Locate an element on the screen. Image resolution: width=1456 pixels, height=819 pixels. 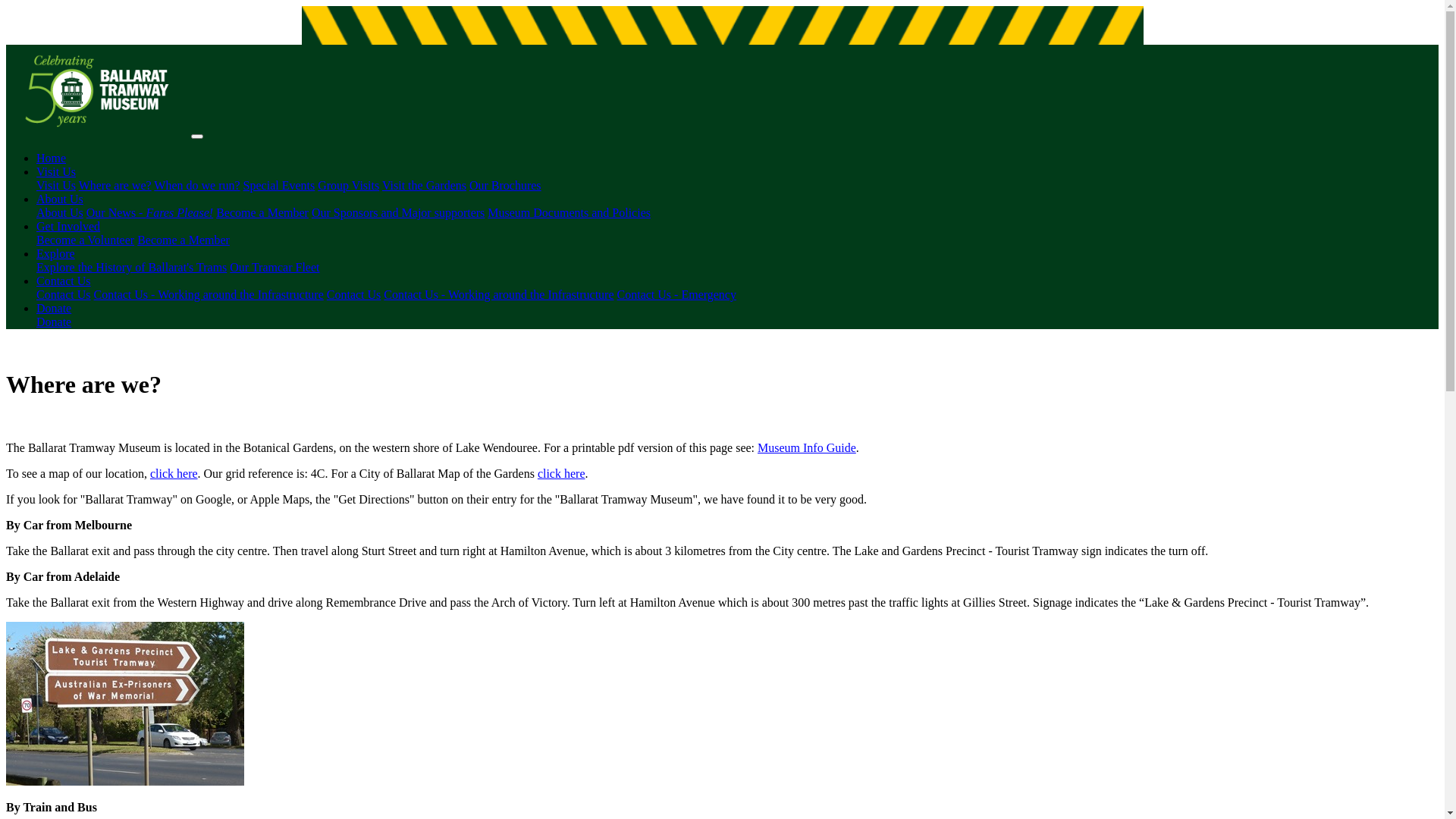
'Visit Us' is located at coordinates (36, 184).